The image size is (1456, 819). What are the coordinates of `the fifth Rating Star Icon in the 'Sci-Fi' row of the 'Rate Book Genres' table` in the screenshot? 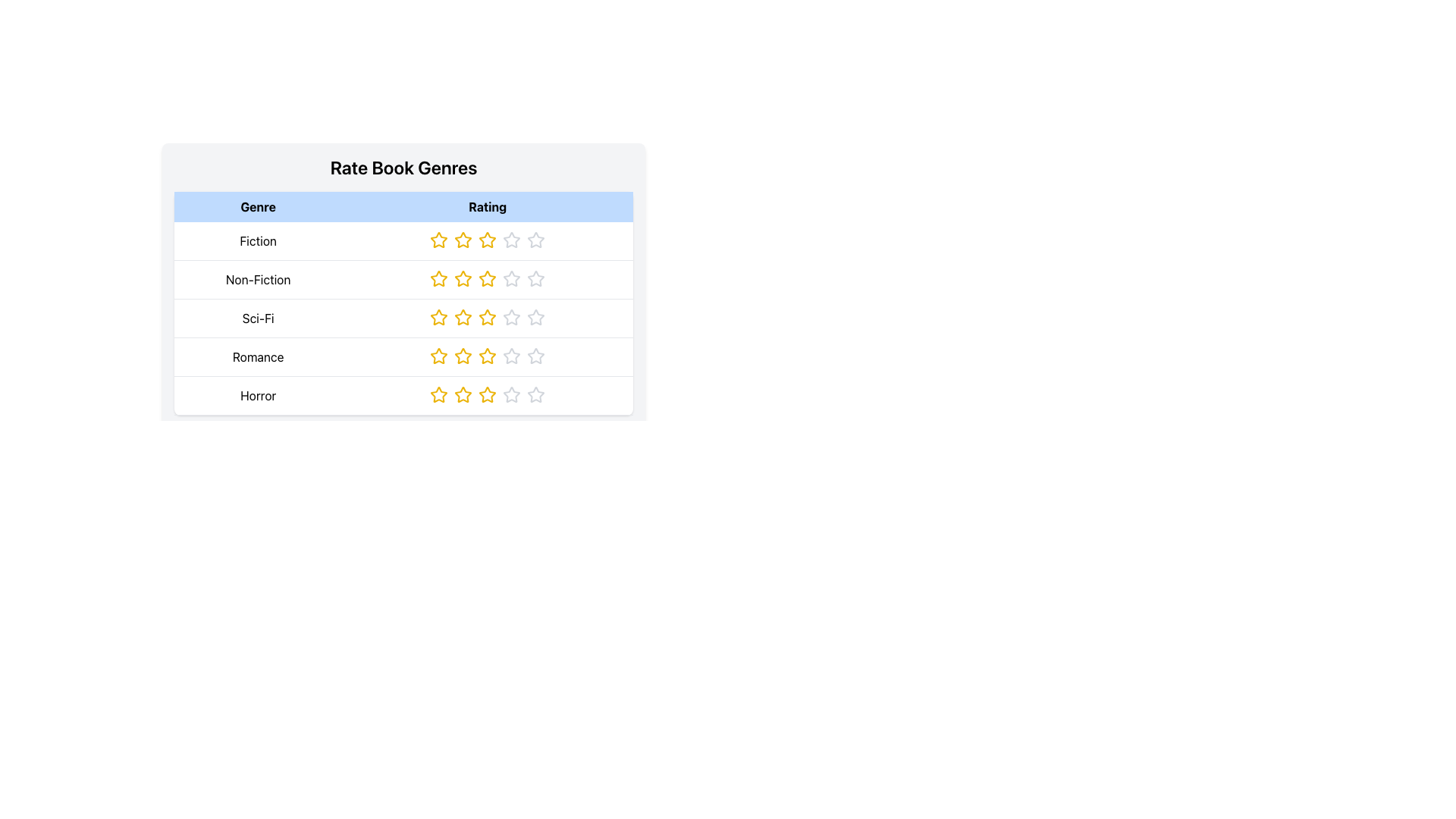 It's located at (536, 317).